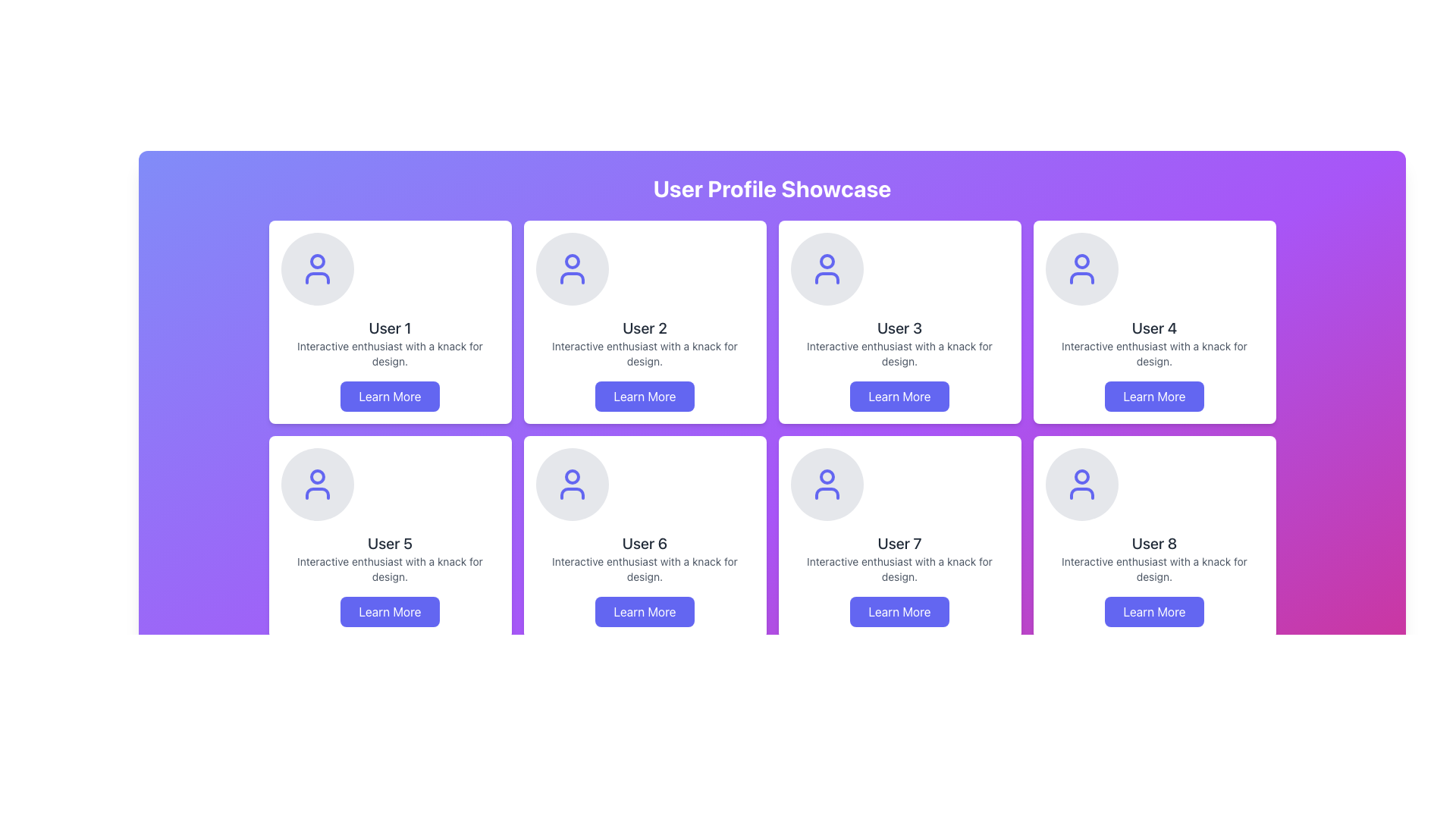 Image resolution: width=1456 pixels, height=819 pixels. What do you see at coordinates (1153, 610) in the screenshot?
I see `the button located at the bottom-right corner of the 'User 8' profile card to observe the hover effects` at bounding box center [1153, 610].